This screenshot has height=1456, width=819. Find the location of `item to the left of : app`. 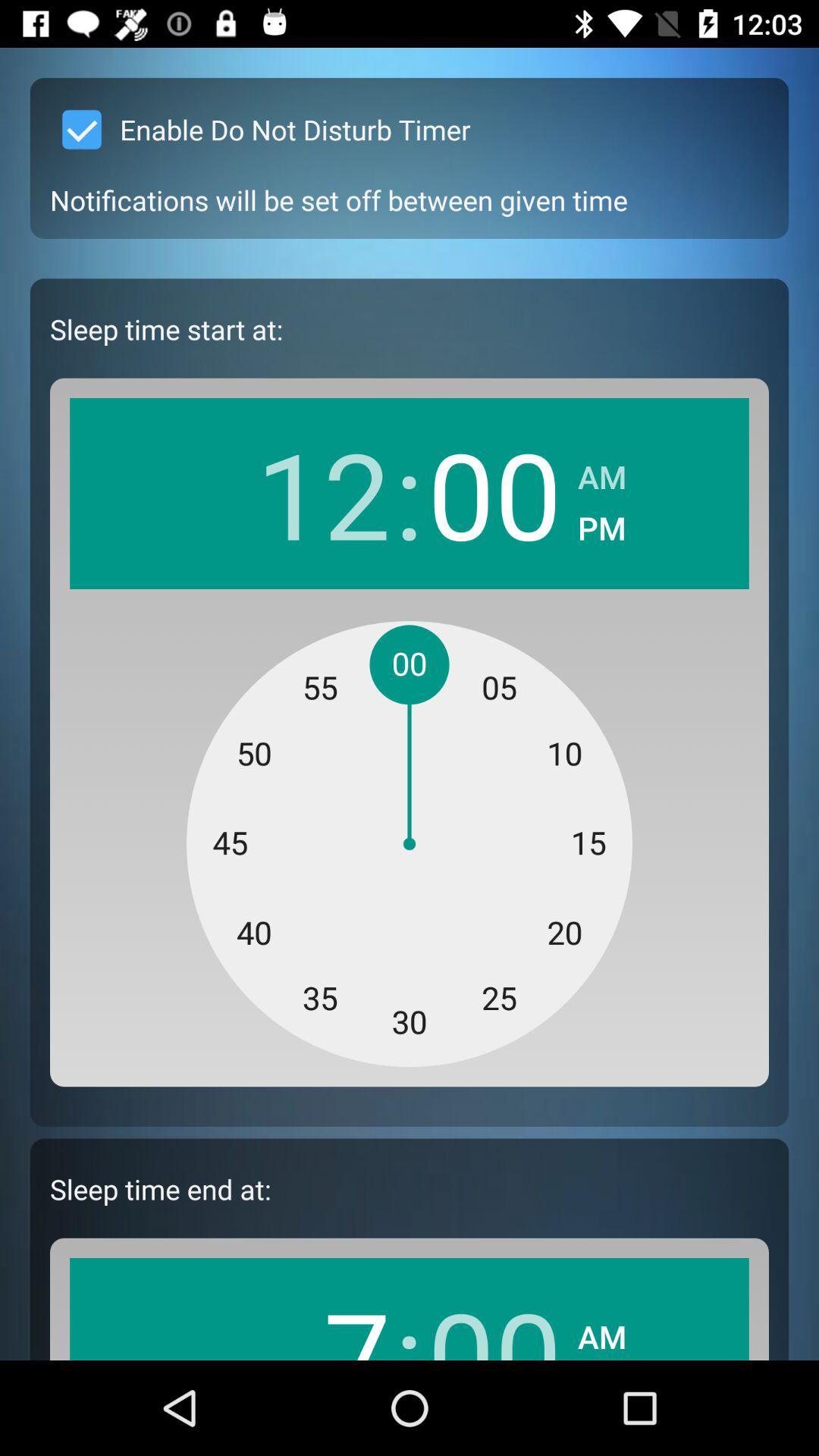

item to the left of : app is located at coordinates (322, 1316).